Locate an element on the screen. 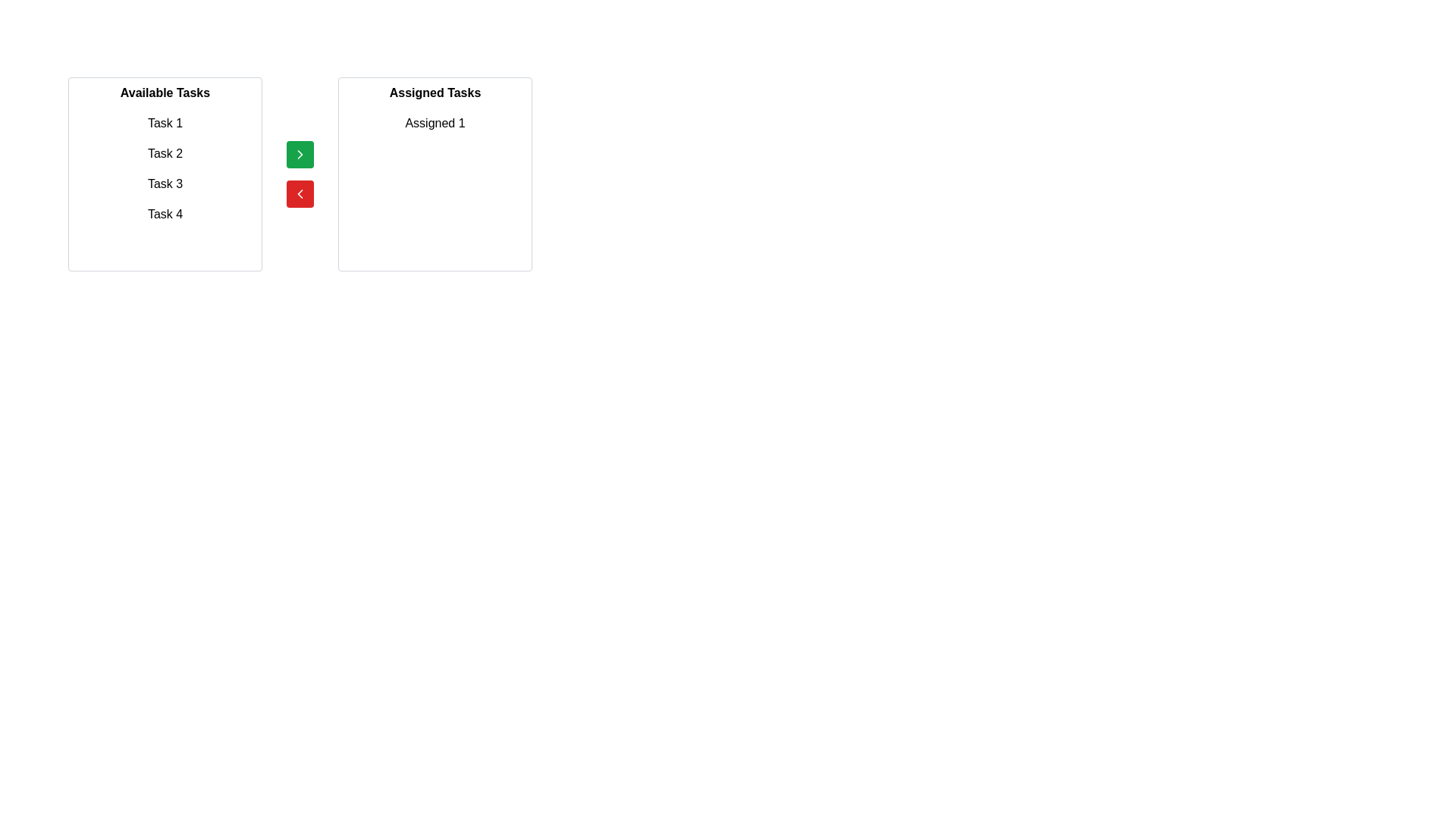 This screenshot has height=819, width=1456. the bold, center-aligned title text label 'Available Tasks' located at the top of the left card is located at coordinates (165, 93).